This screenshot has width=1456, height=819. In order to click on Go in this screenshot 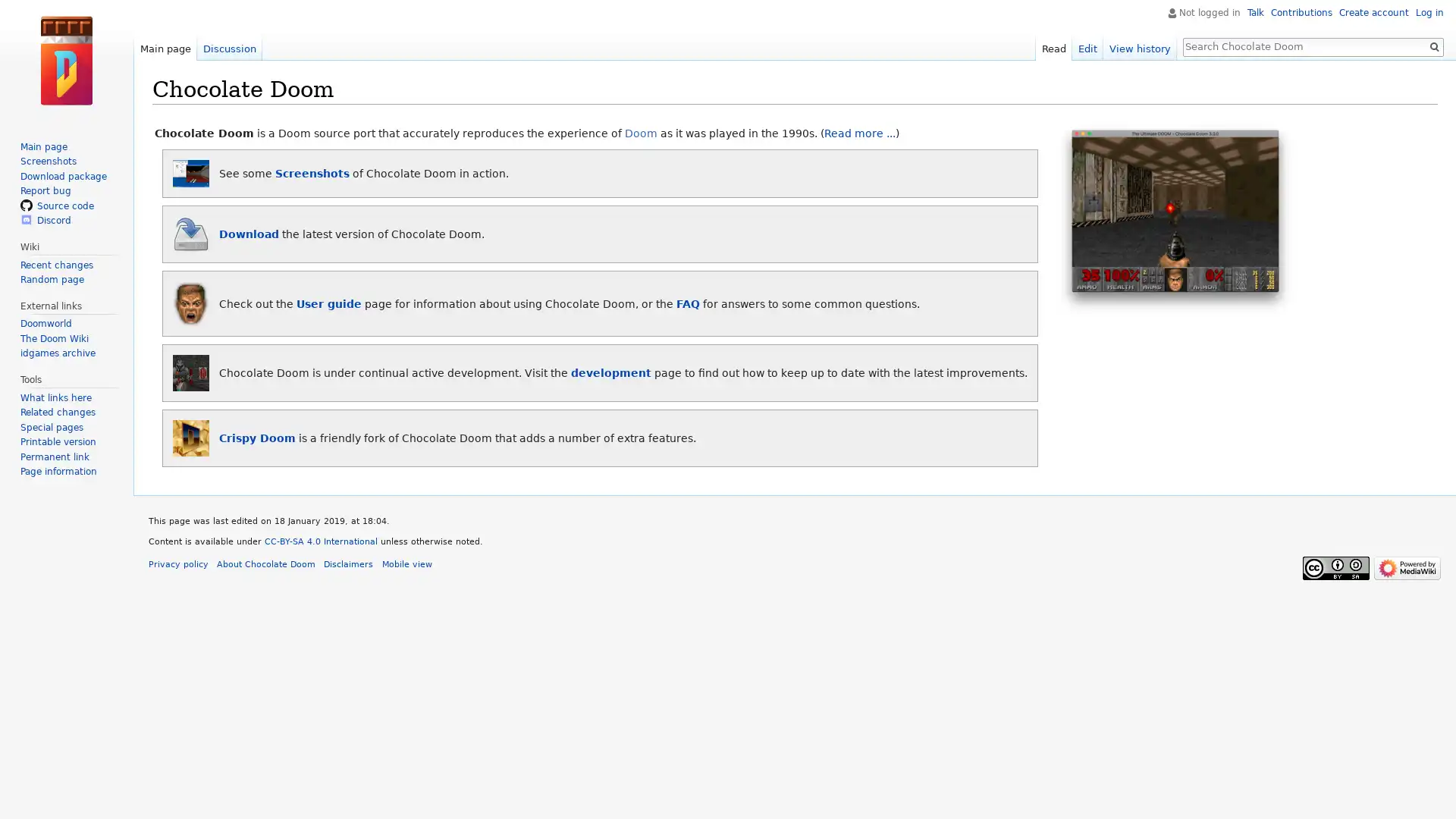, I will do `click(1433, 45)`.